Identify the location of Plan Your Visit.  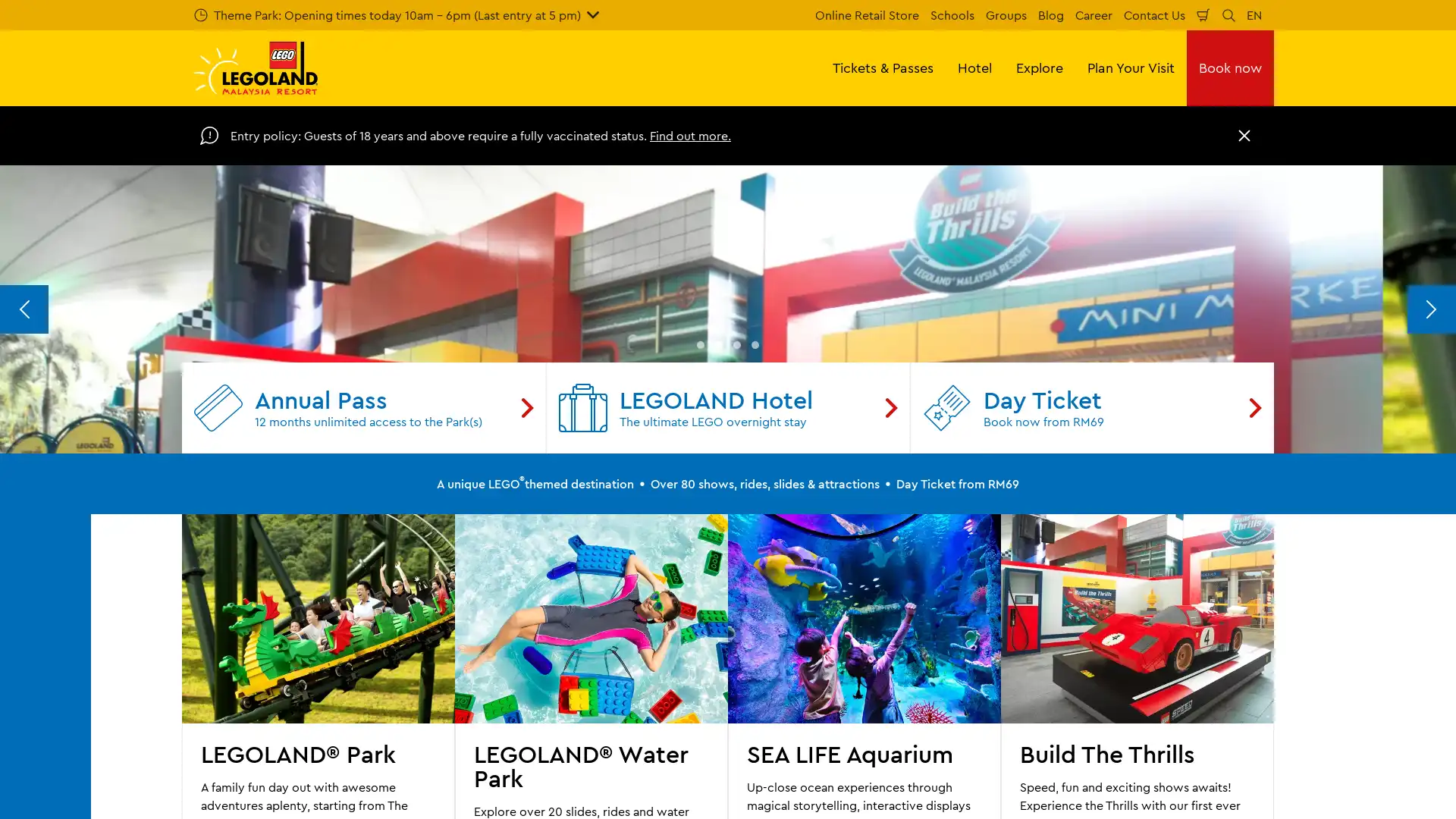
(1131, 67).